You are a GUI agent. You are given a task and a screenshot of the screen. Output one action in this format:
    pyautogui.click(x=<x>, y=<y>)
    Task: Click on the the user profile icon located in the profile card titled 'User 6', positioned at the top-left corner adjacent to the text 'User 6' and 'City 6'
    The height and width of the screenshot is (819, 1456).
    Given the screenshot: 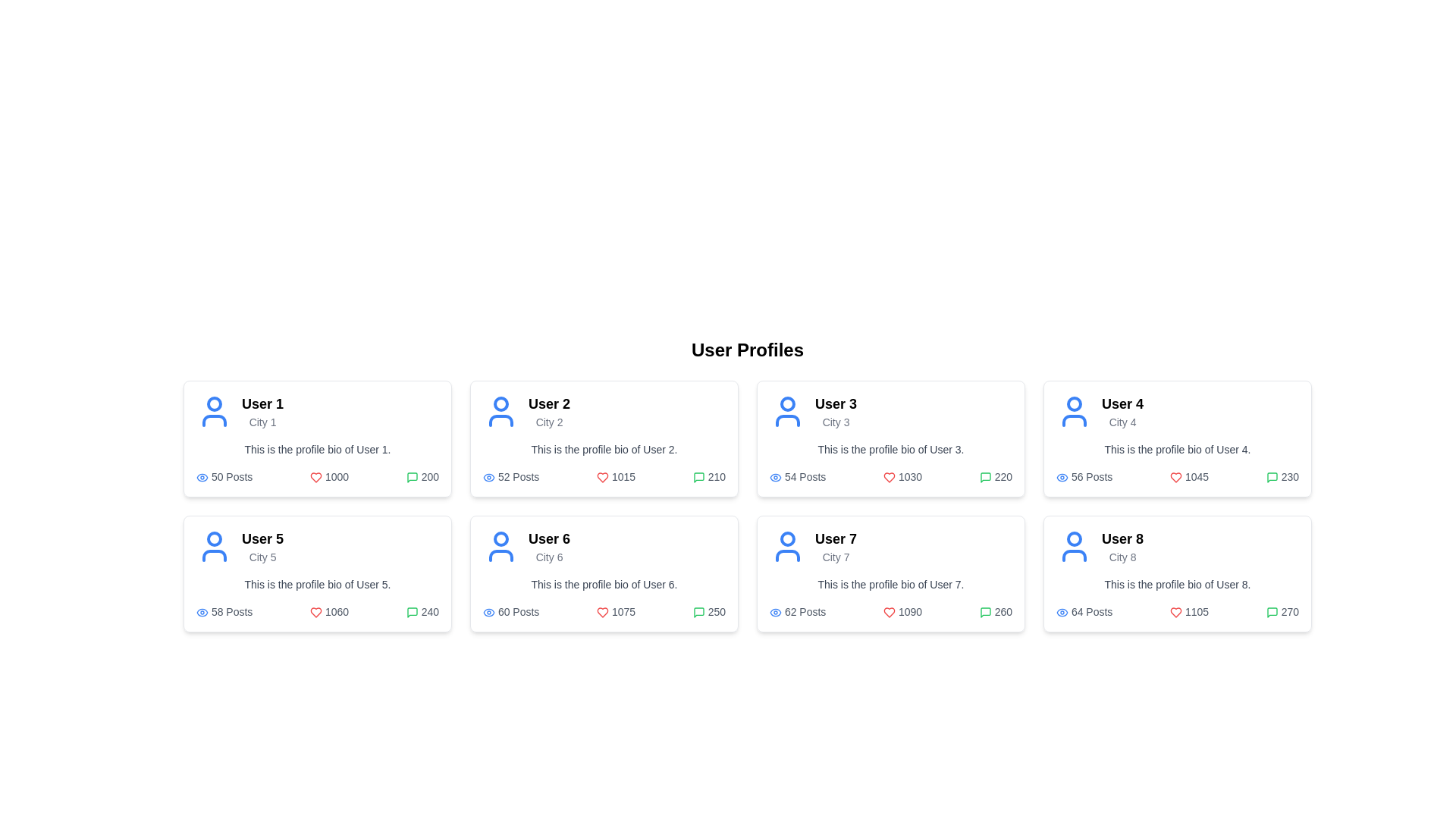 What is the action you would take?
    pyautogui.click(x=501, y=547)
    